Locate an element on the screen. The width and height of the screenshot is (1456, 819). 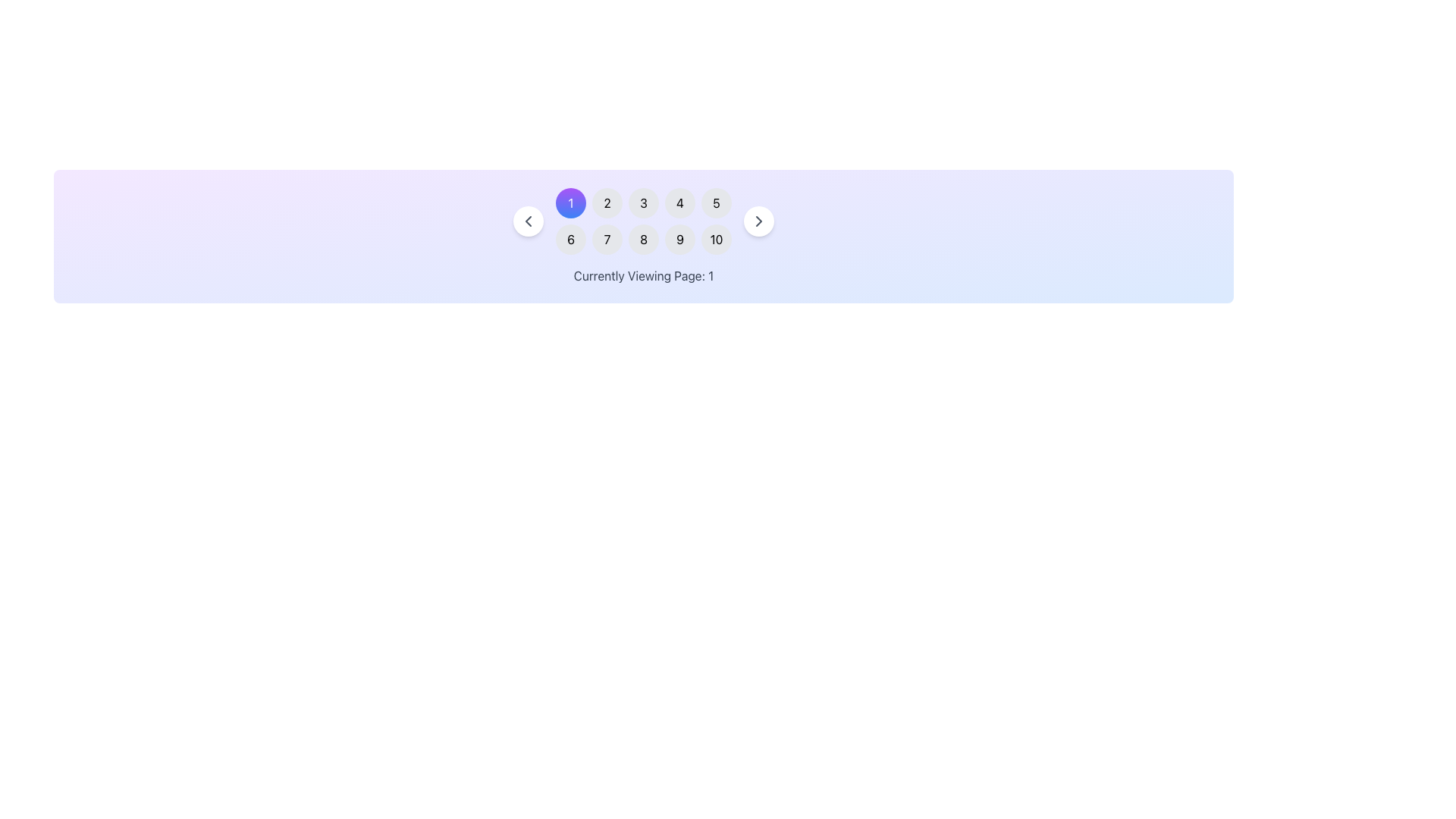
the circular button with a gray background and white text reading '8' is located at coordinates (644, 239).